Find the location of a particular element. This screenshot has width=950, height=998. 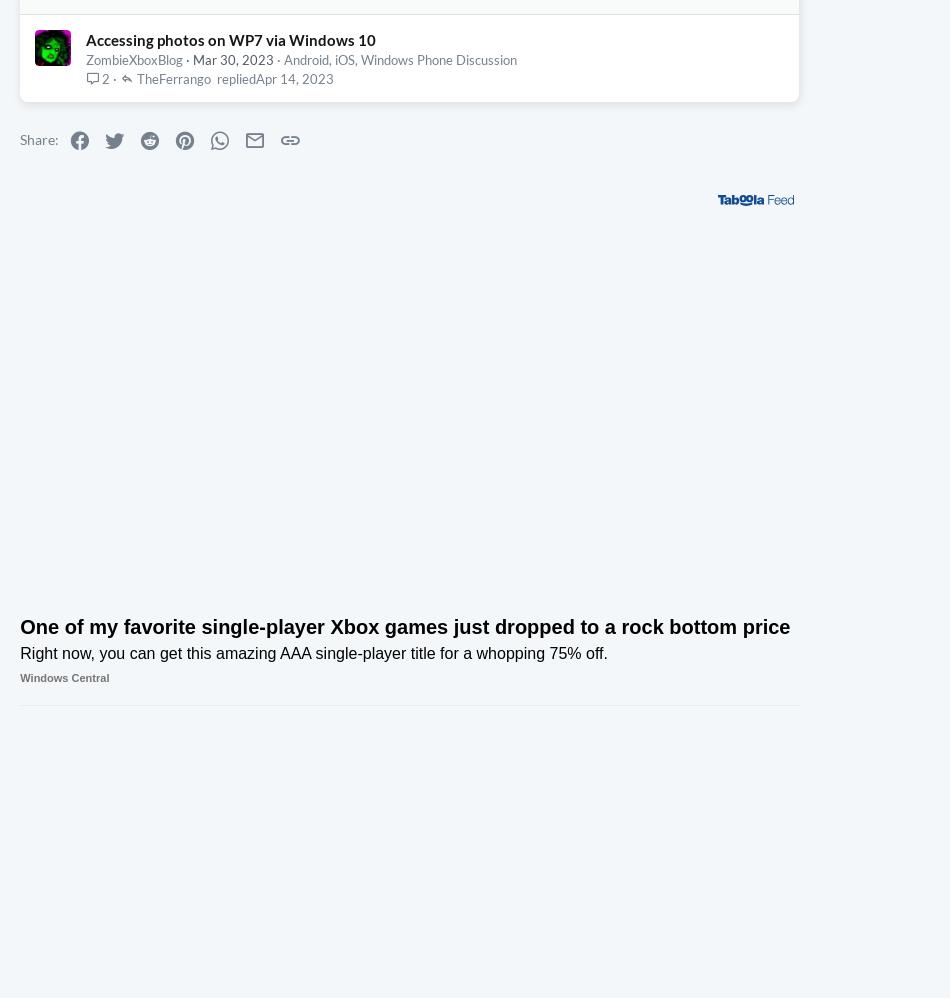

'Mar 30, 2023' is located at coordinates (233, 248).